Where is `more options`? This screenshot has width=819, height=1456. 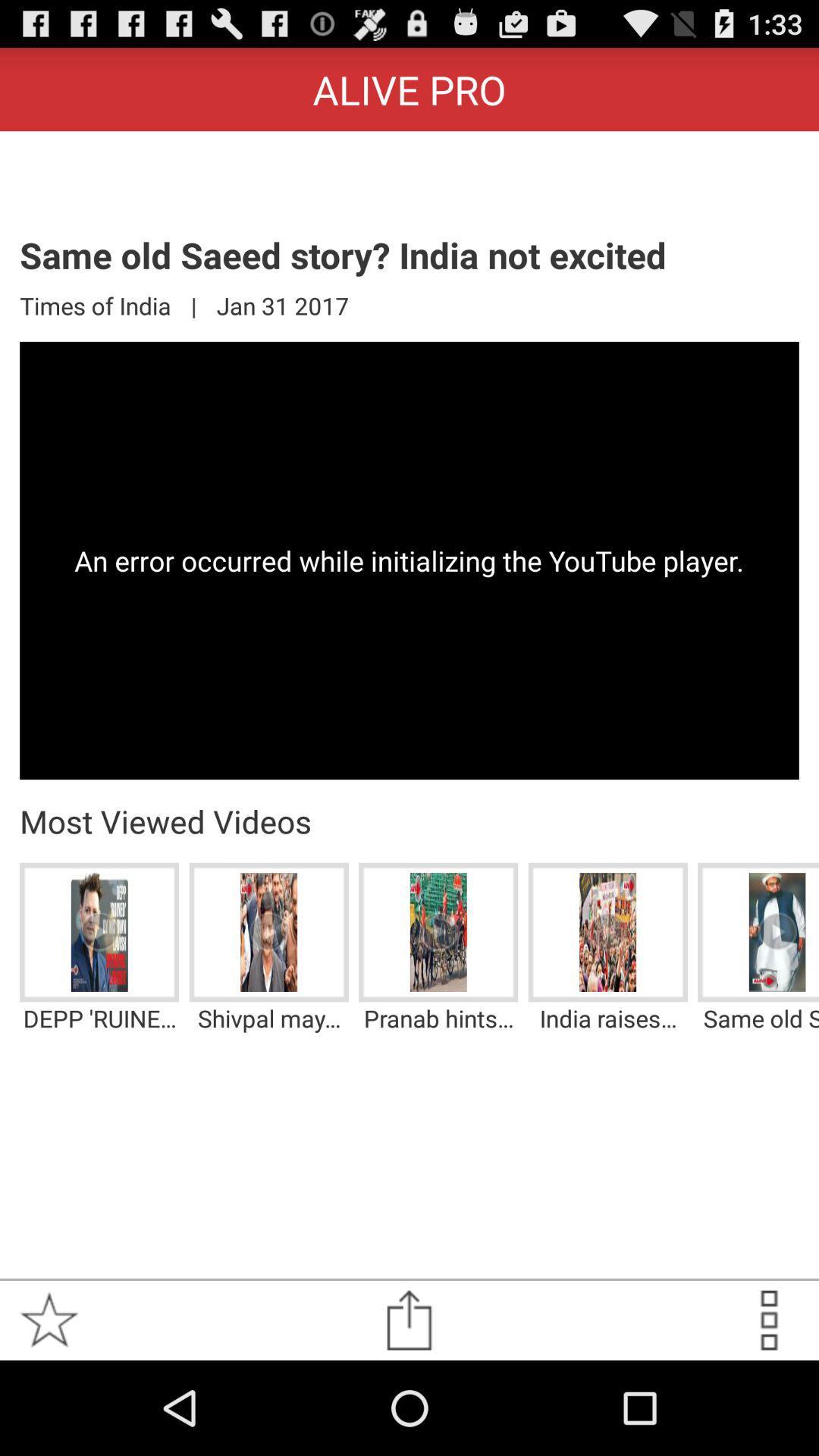
more options is located at coordinates (769, 1319).